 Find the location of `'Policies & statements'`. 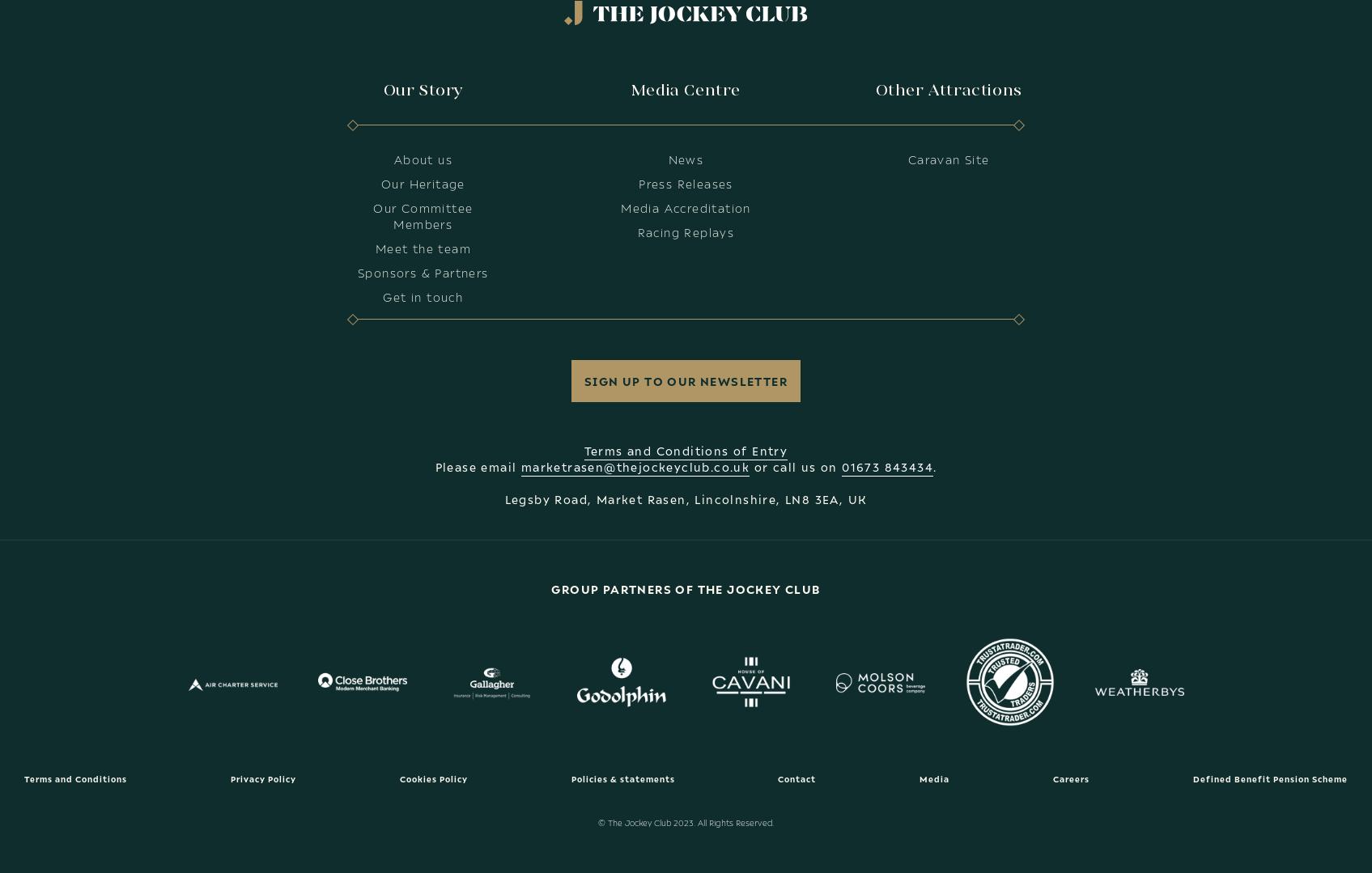

'Policies & statements' is located at coordinates (570, 778).